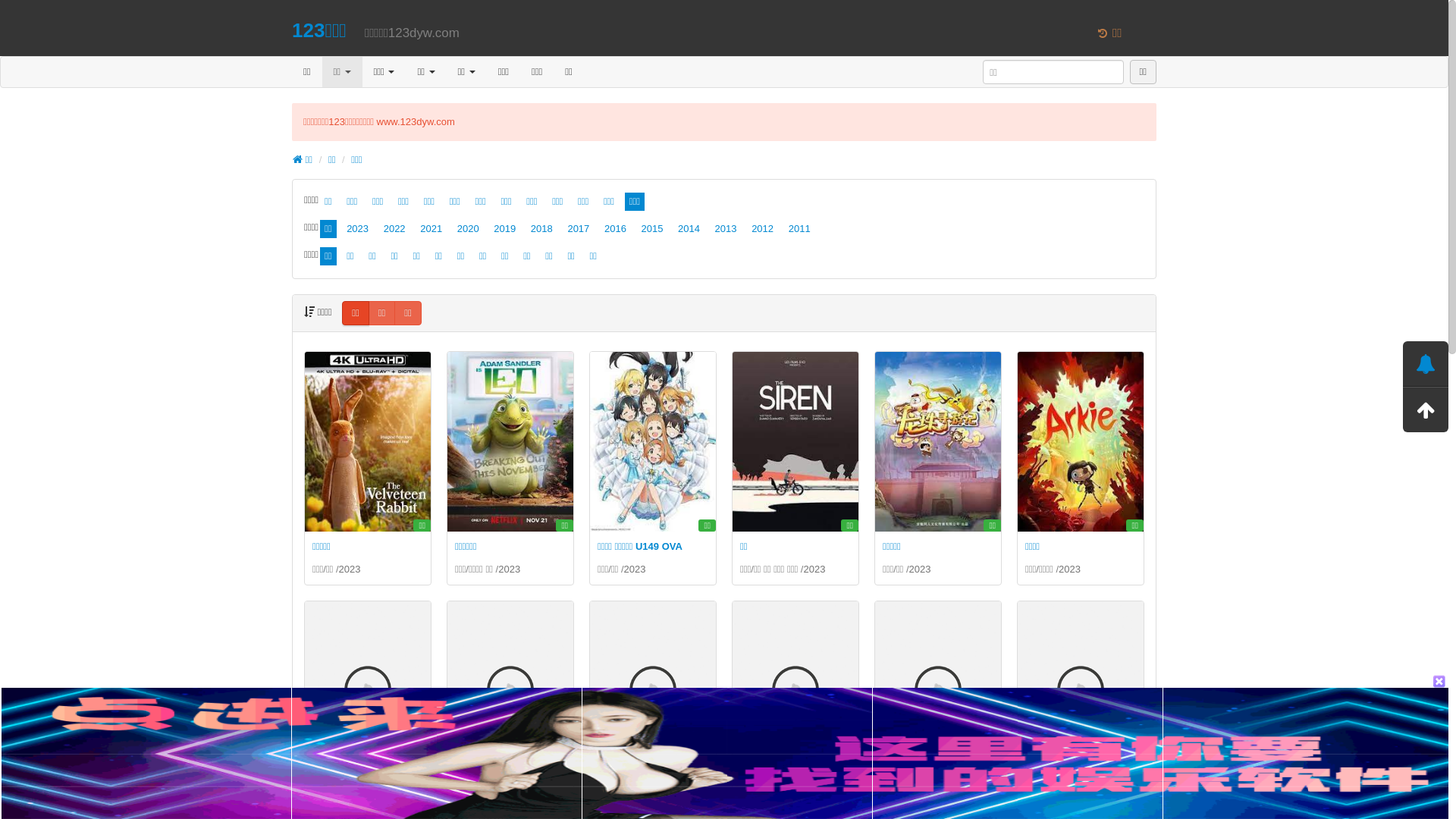  Describe the element at coordinates (789, 228) in the screenshot. I see `'2011'` at that location.